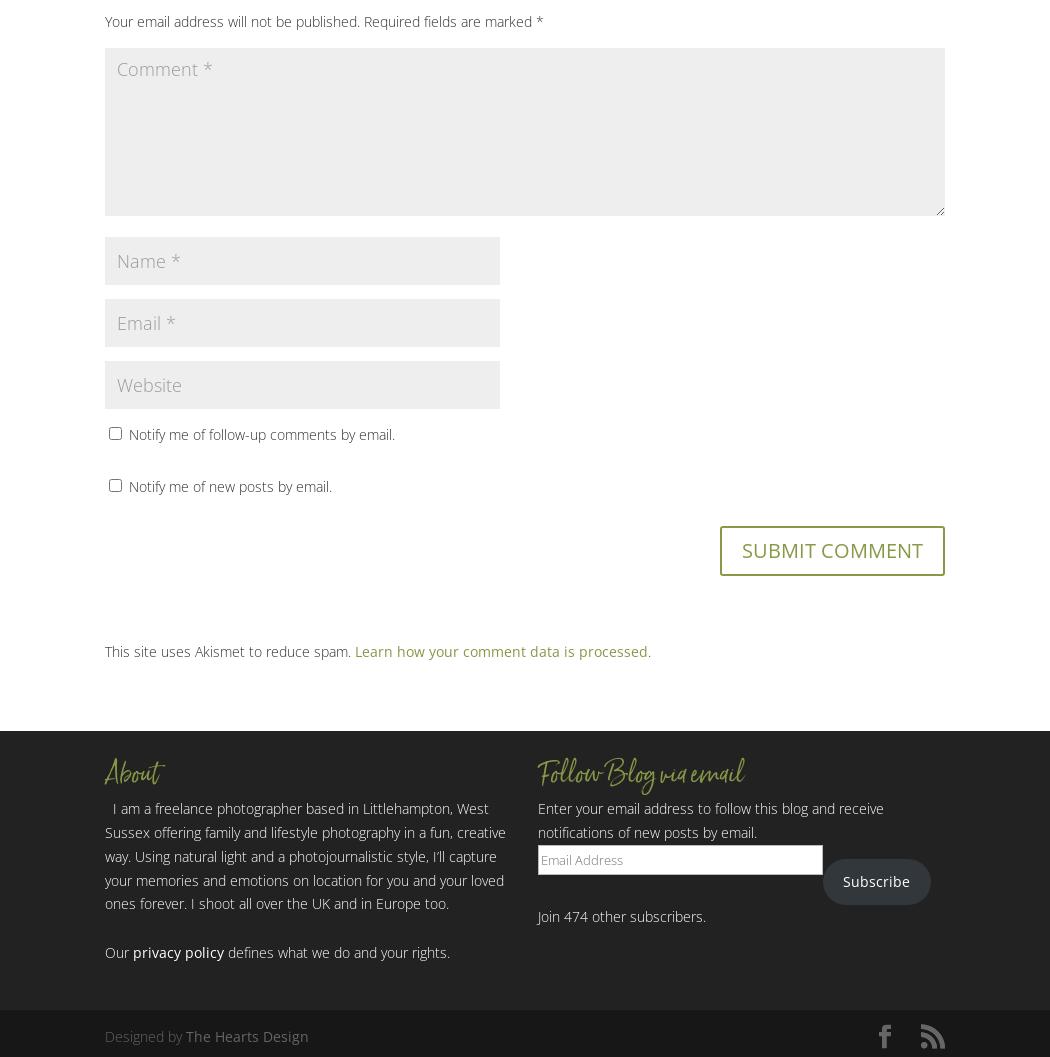 Image resolution: width=1050 pixels, height=1057 pixels. What do you see at coordinates (261, 432) in the screenshot?
I see `'Notify me of follow-up comments by email.'` at bounding box center [261, 432].